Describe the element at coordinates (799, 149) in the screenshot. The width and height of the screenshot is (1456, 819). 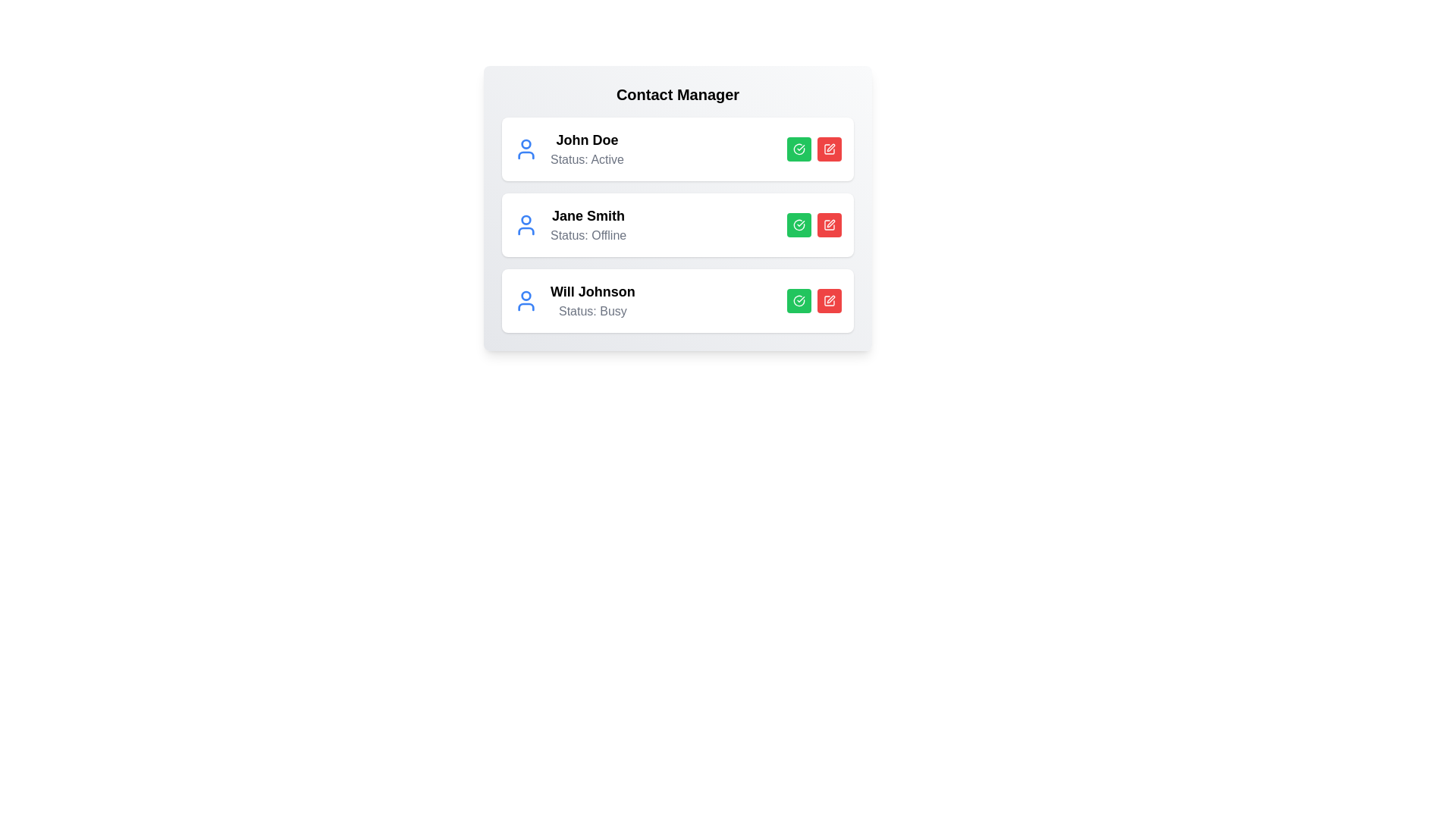
I see `'Activate' button for the contact with name John Doe` at that location.